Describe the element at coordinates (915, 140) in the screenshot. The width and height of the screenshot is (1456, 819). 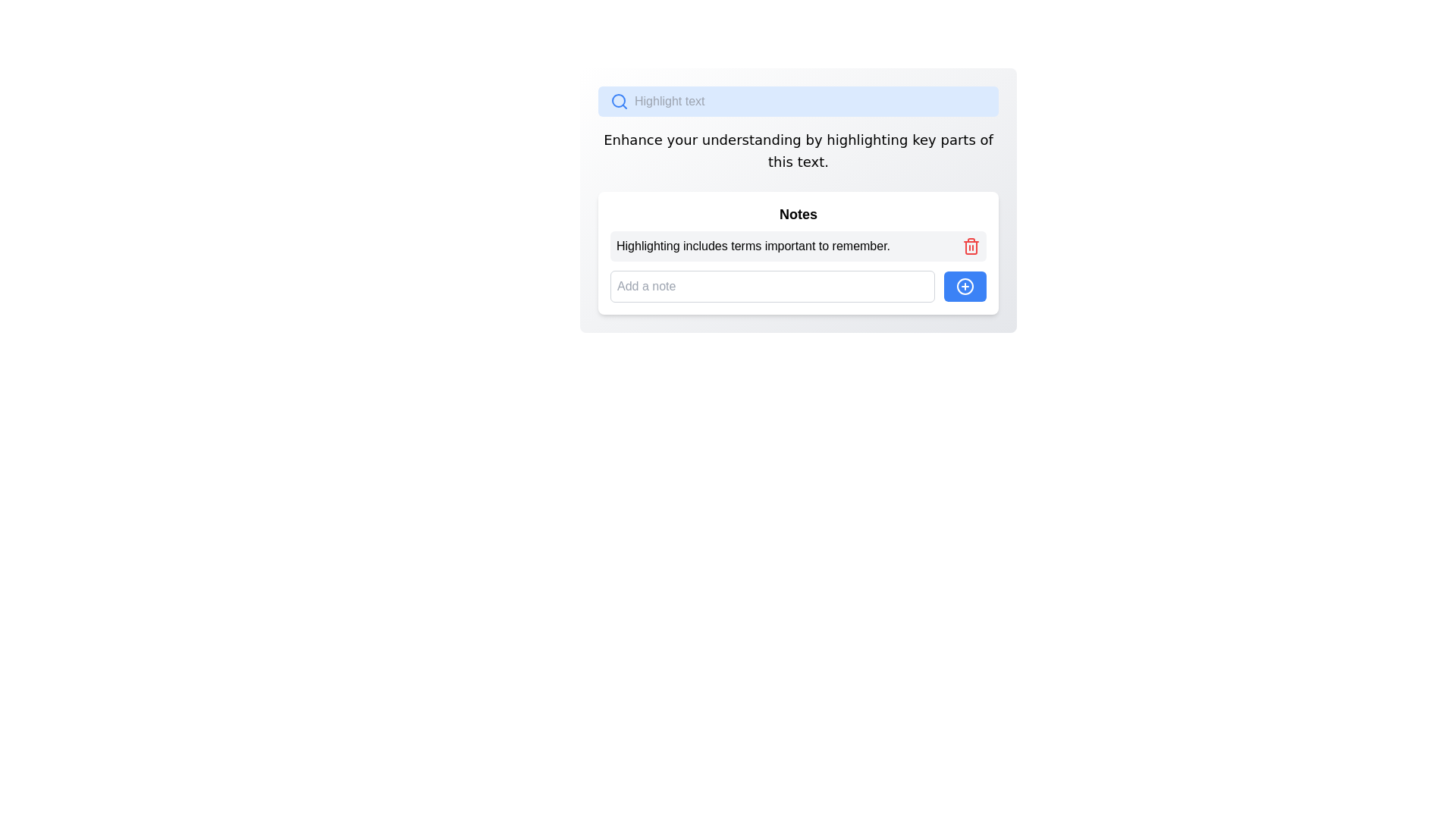
I see `the character 'k' in the word 'key' within the instructional text 'Enhance your understanding by highlighting key parts of this text.'` at that location.